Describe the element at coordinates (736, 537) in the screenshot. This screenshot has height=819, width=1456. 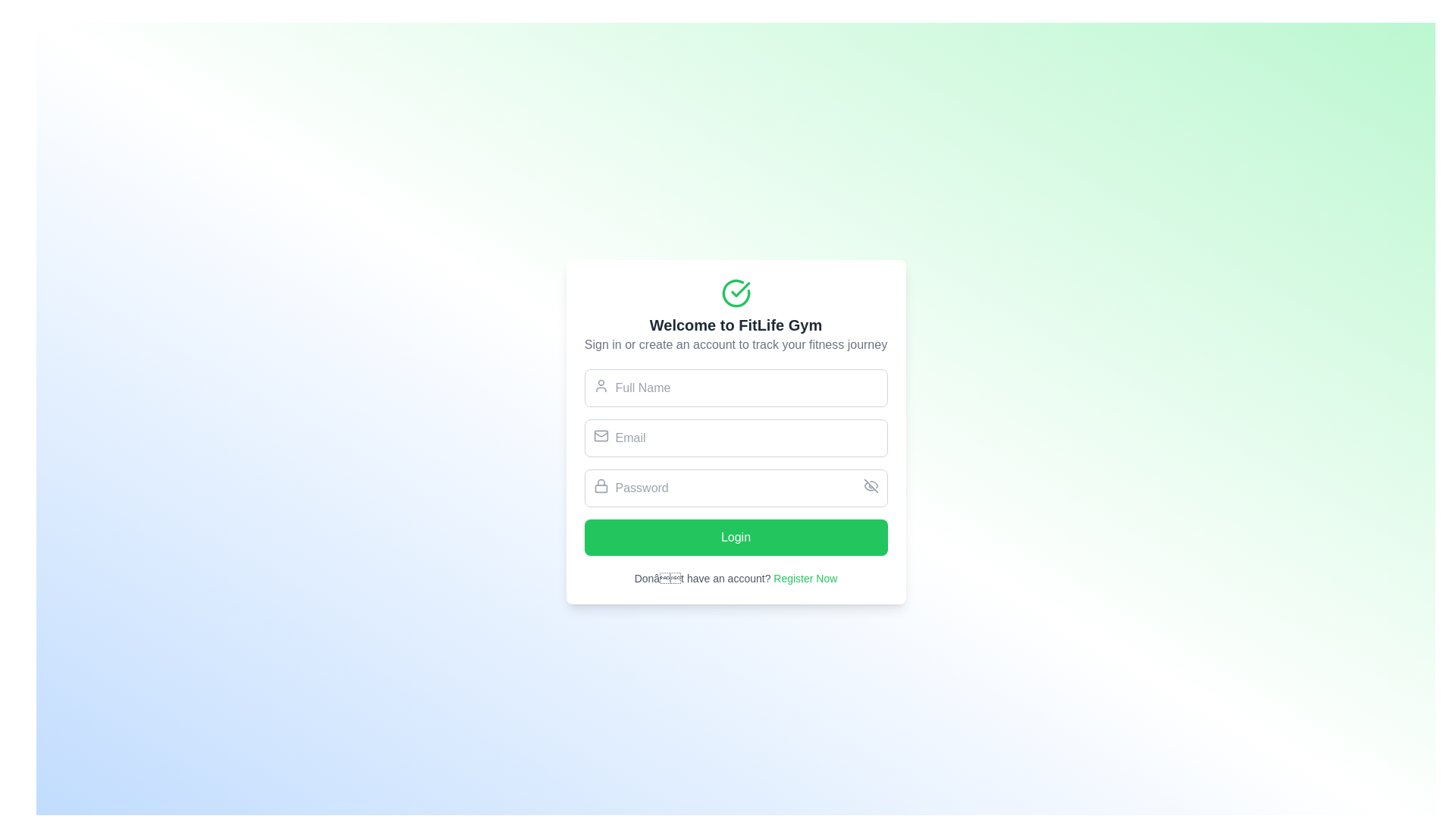
I see `the 'Login' button with a green background and white text` at that location.